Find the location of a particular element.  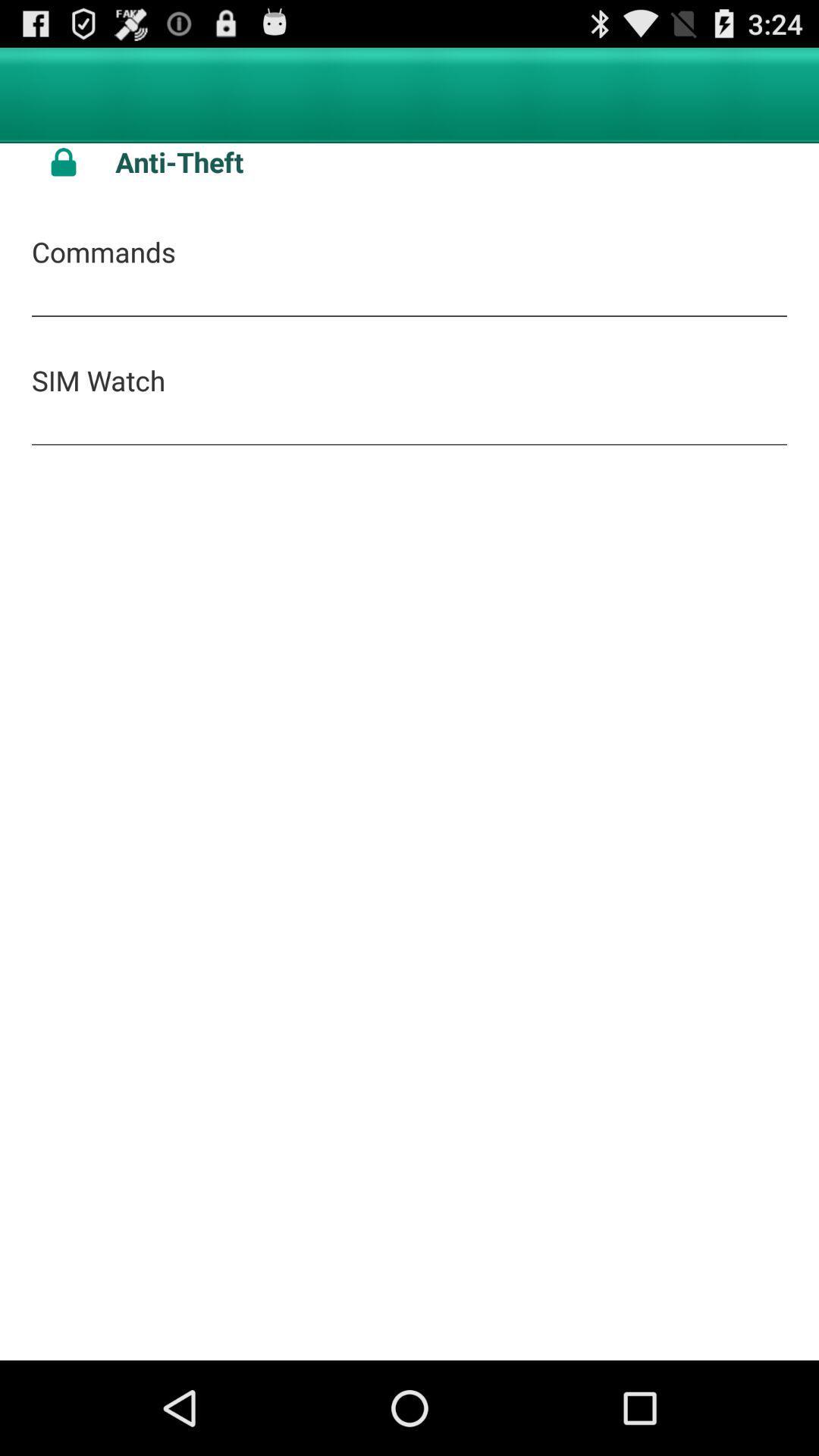

icon to the left of the anti-theft icon is located at coordinates (63, 162).